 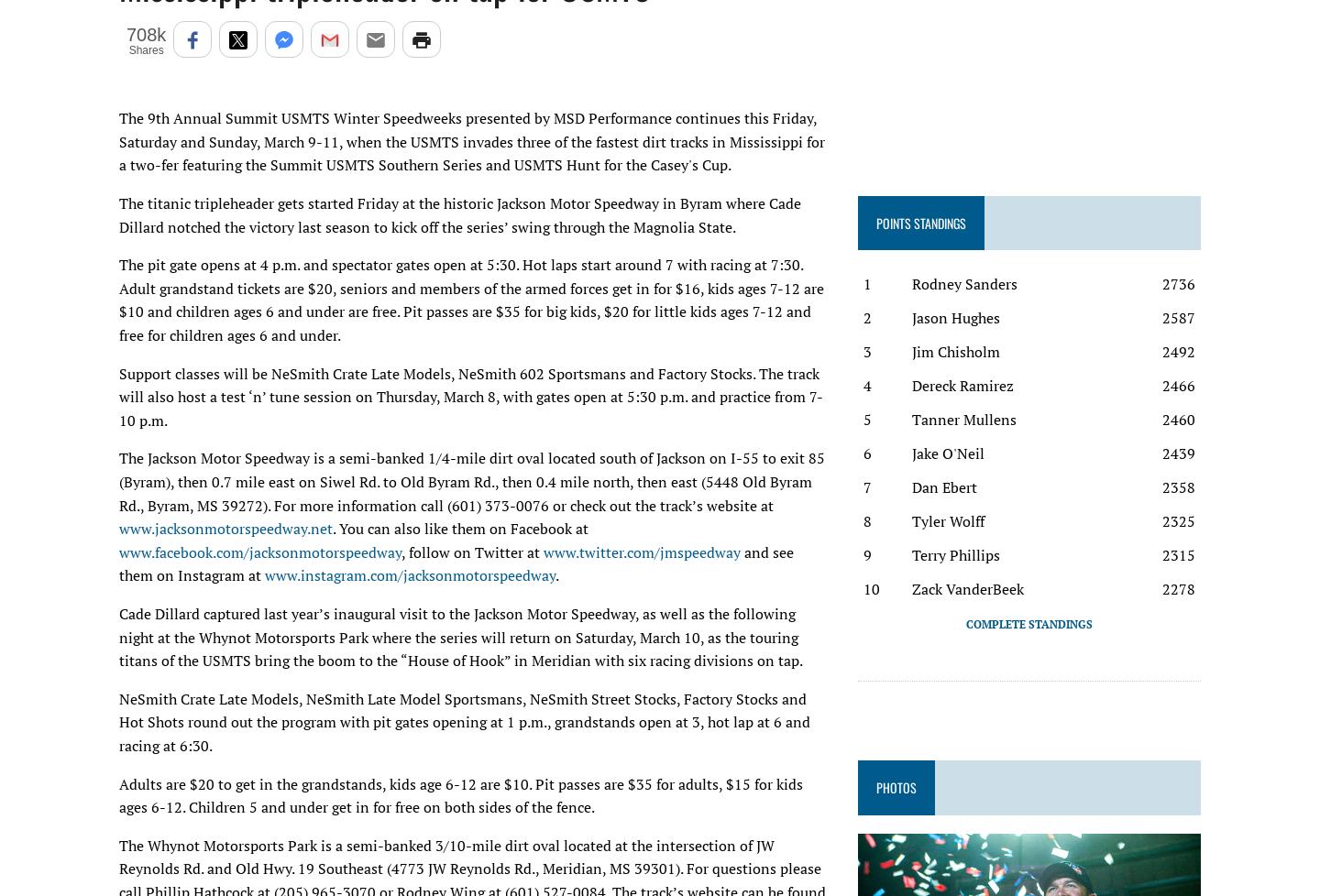 What do you see at coordinates (1178, 521) in the screenshot?
I see `'2325'` at bounding box center [1178, 521].